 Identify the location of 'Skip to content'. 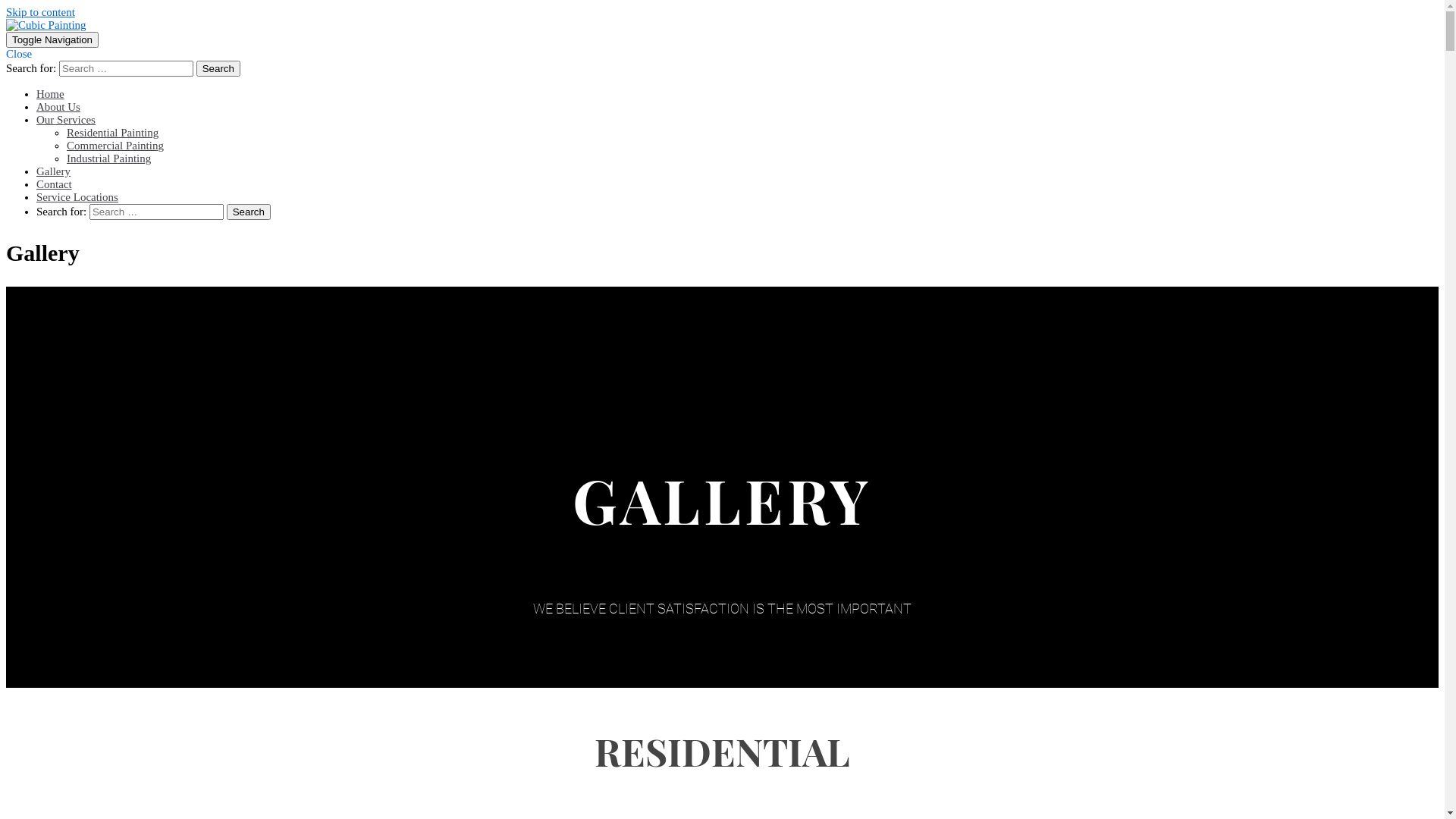
(6, 11).